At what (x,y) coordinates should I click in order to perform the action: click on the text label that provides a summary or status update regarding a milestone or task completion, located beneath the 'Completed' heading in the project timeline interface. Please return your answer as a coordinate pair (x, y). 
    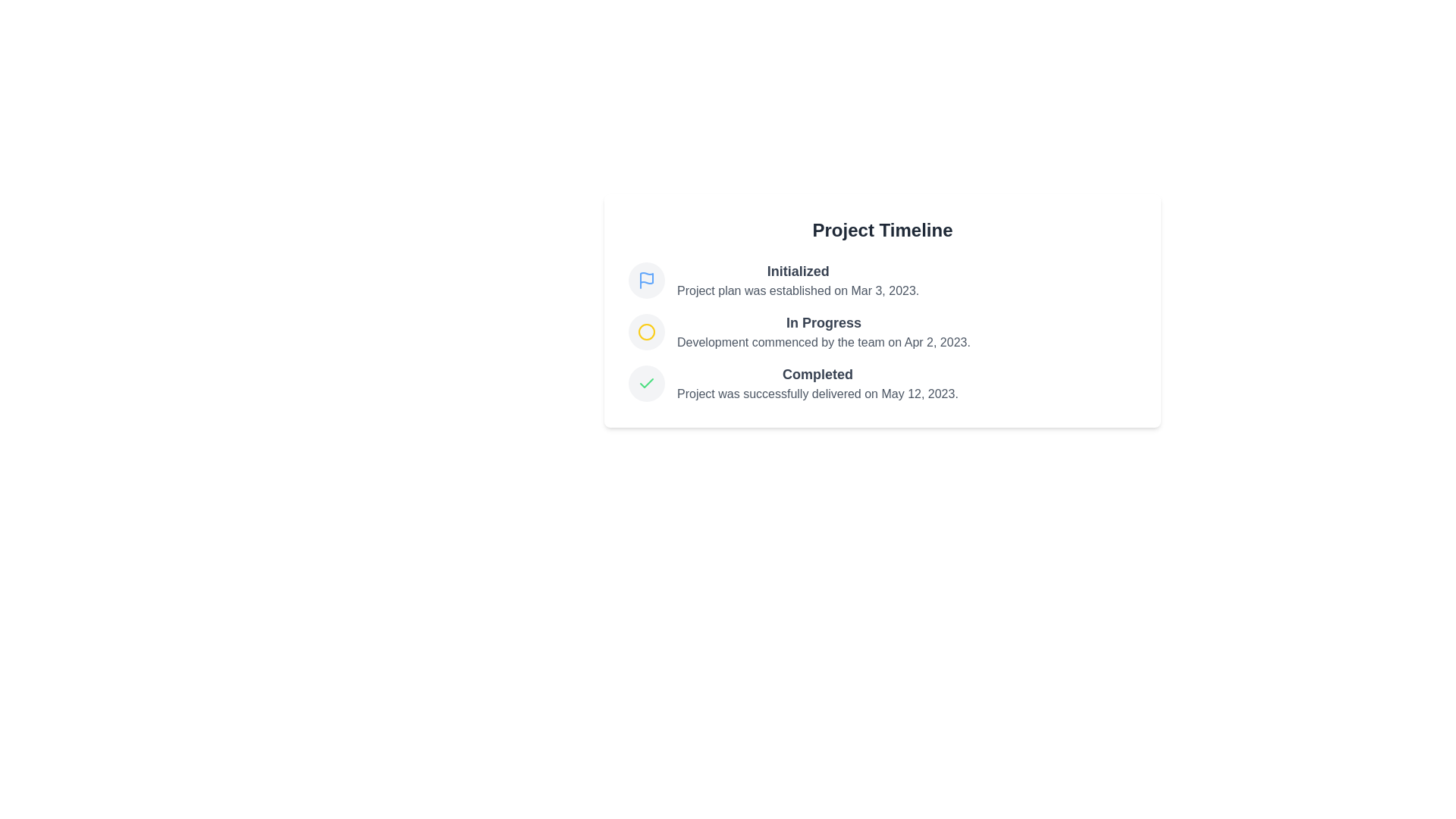
    Looking at the image, I should click on (817, 394).